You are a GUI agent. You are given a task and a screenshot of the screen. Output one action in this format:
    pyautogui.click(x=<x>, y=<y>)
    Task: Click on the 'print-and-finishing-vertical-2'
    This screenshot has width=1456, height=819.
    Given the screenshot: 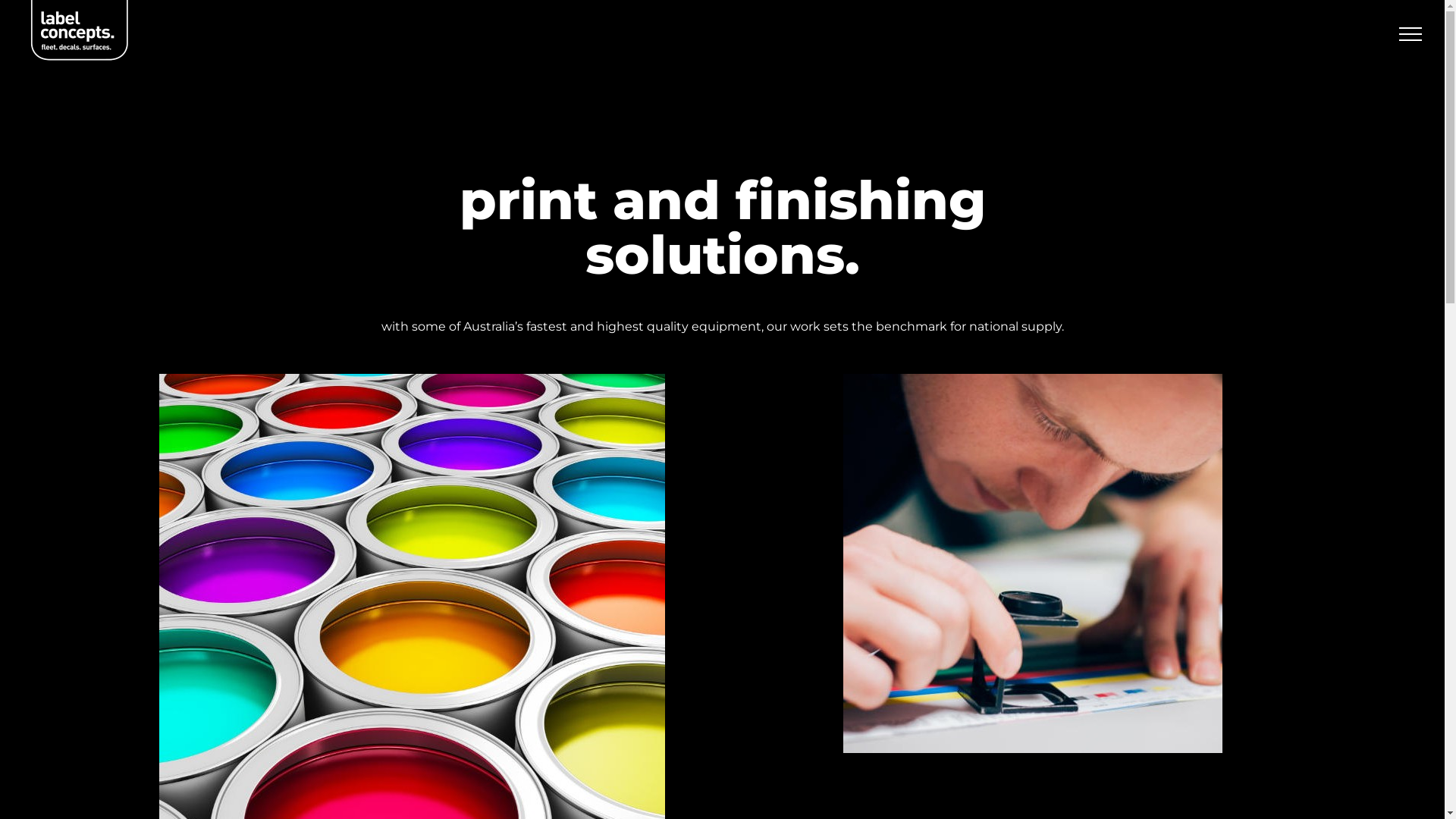 What is the action you would take?
    pyautogui.click(x=1032, y=563)
    